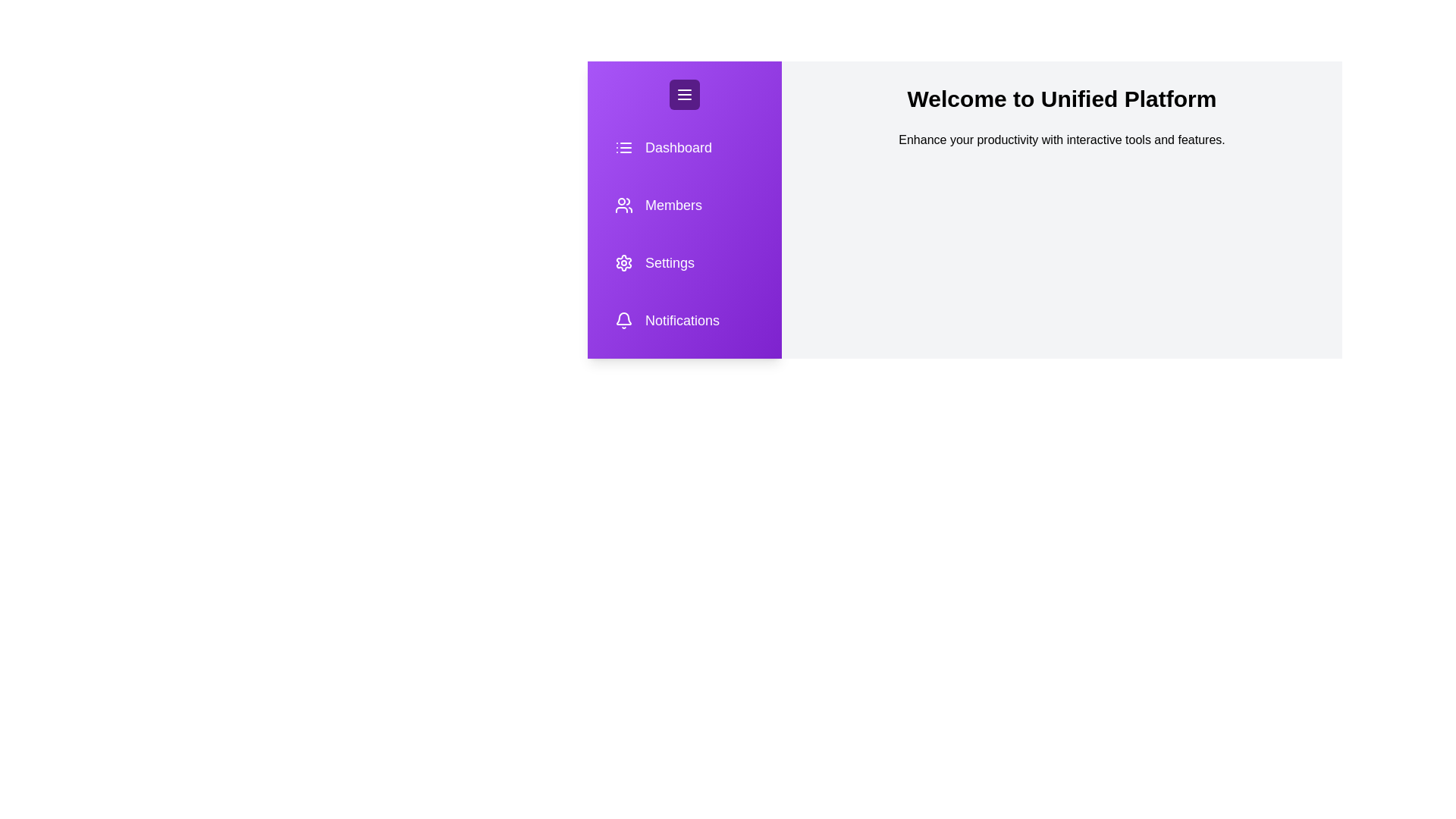 This screenshot has height=819, width=1456. Describe the element at coordinates (683, 320) in the screenshot. I see `the Notifications icon in the sidebar to navigate to the corresponding section` at that location.